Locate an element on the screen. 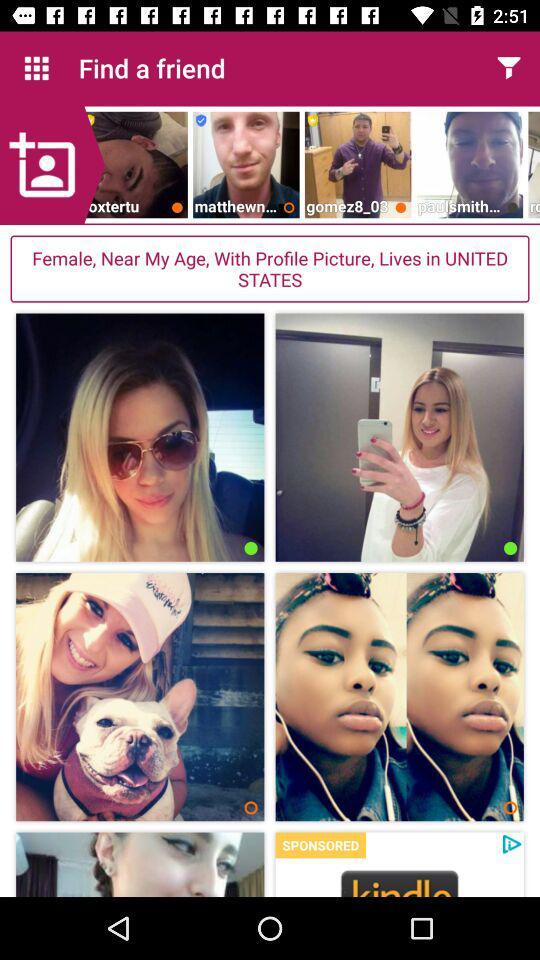 The width and height of the screenshot is (540, 960). the item below sponsored icon is located at coordinates (399, 881).